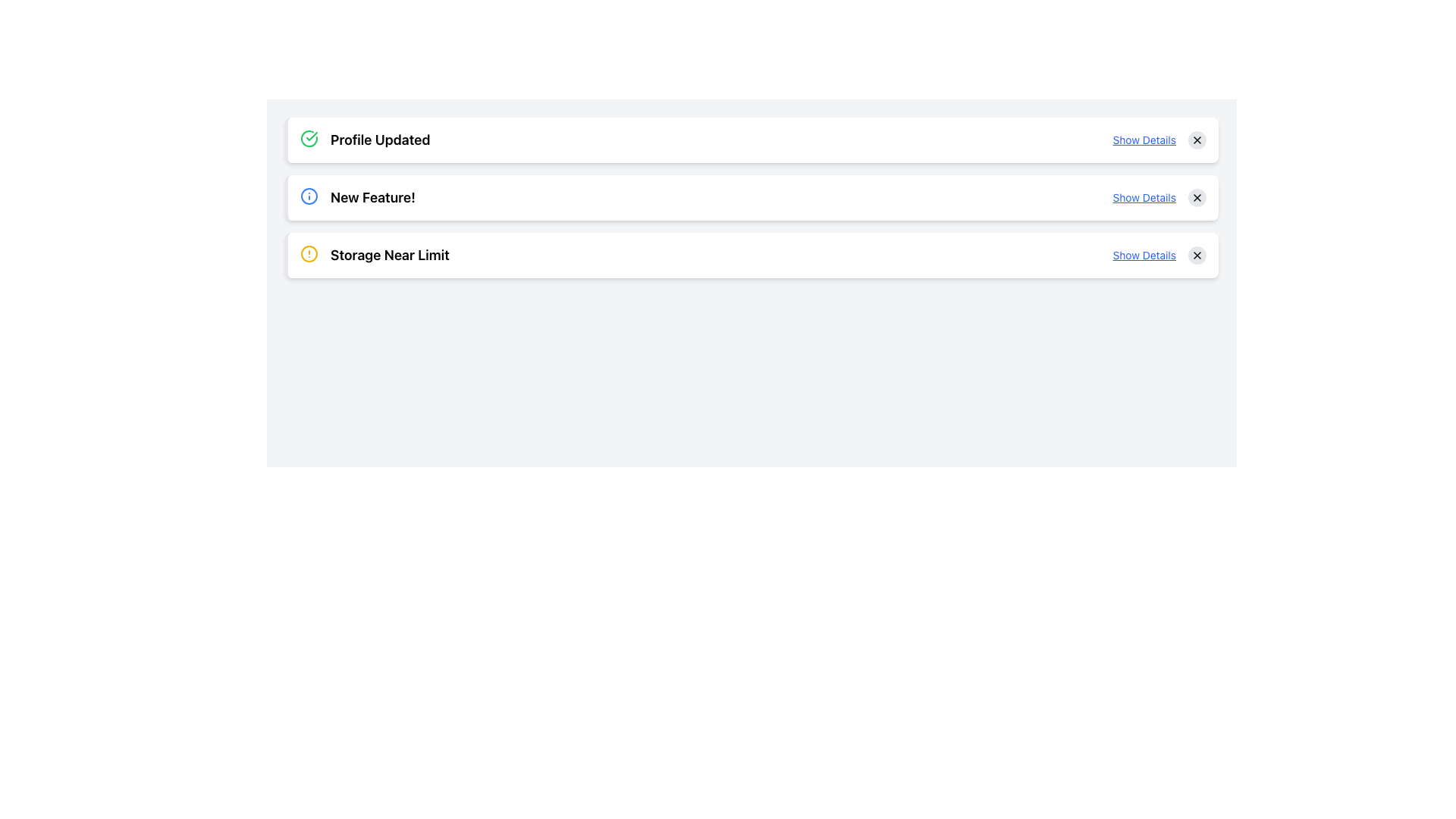  I want to click on the yellow circular outline inside the alert icon located to the left of the 'Storage Near Limit' notification card, which is the third card in a vertical stack, so click(309, 253).